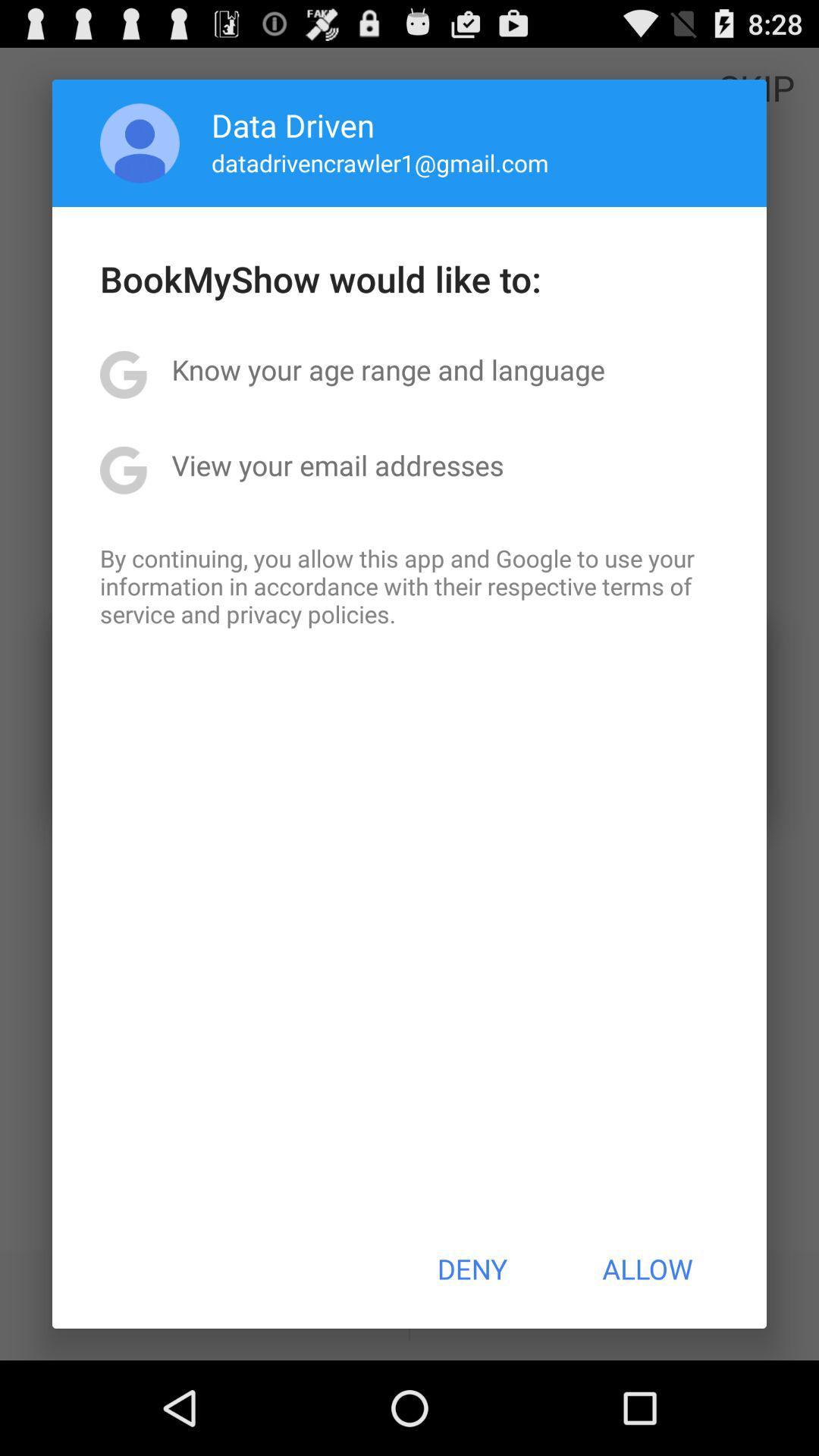 The width and height of the screenshot is (819, 1456). Describe the element at coordinates (337, 464) in the screenshot. I see `icon below know your age item` at that location.